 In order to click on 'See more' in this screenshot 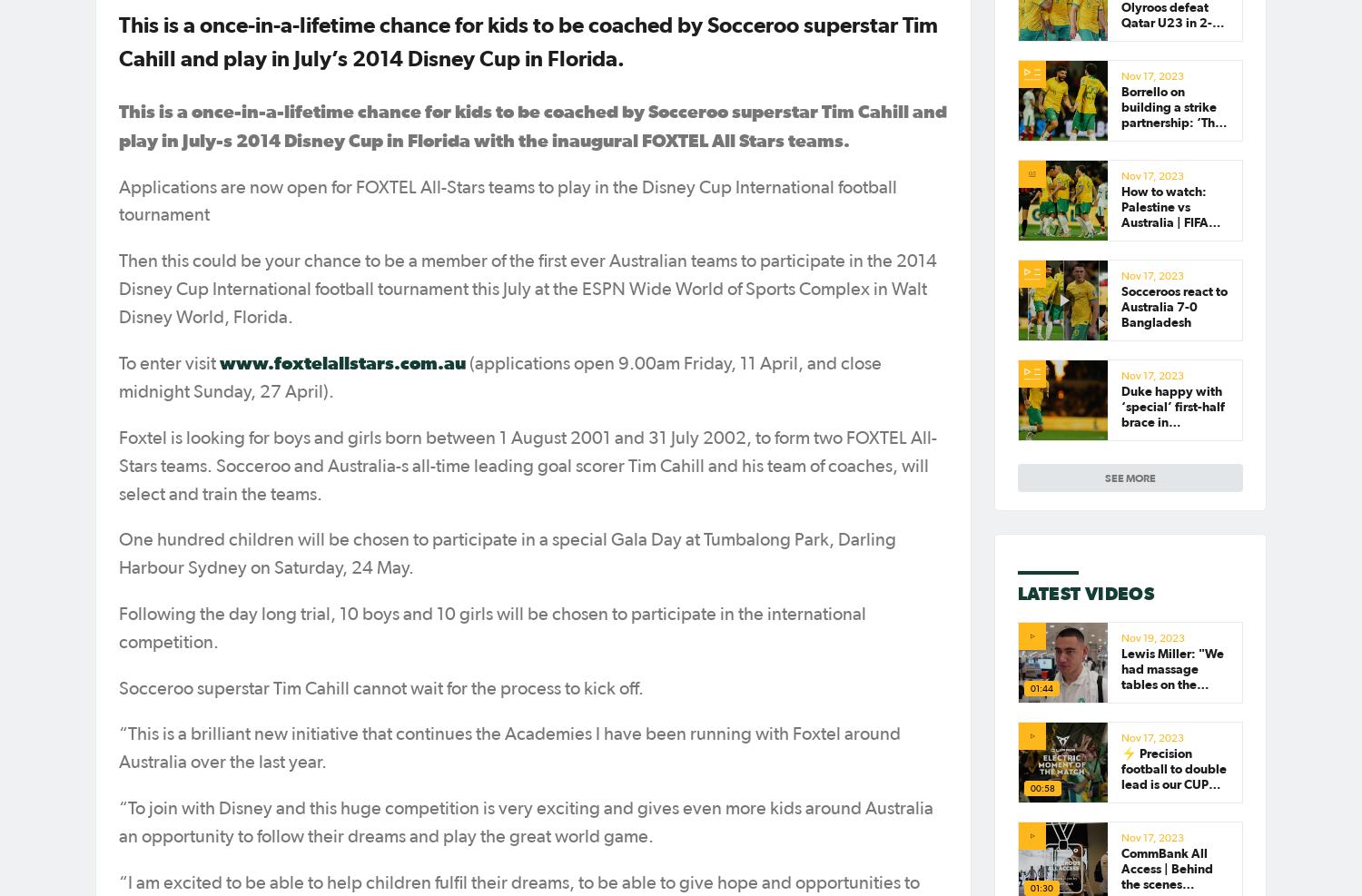, I will do `click(1130, 478)`.